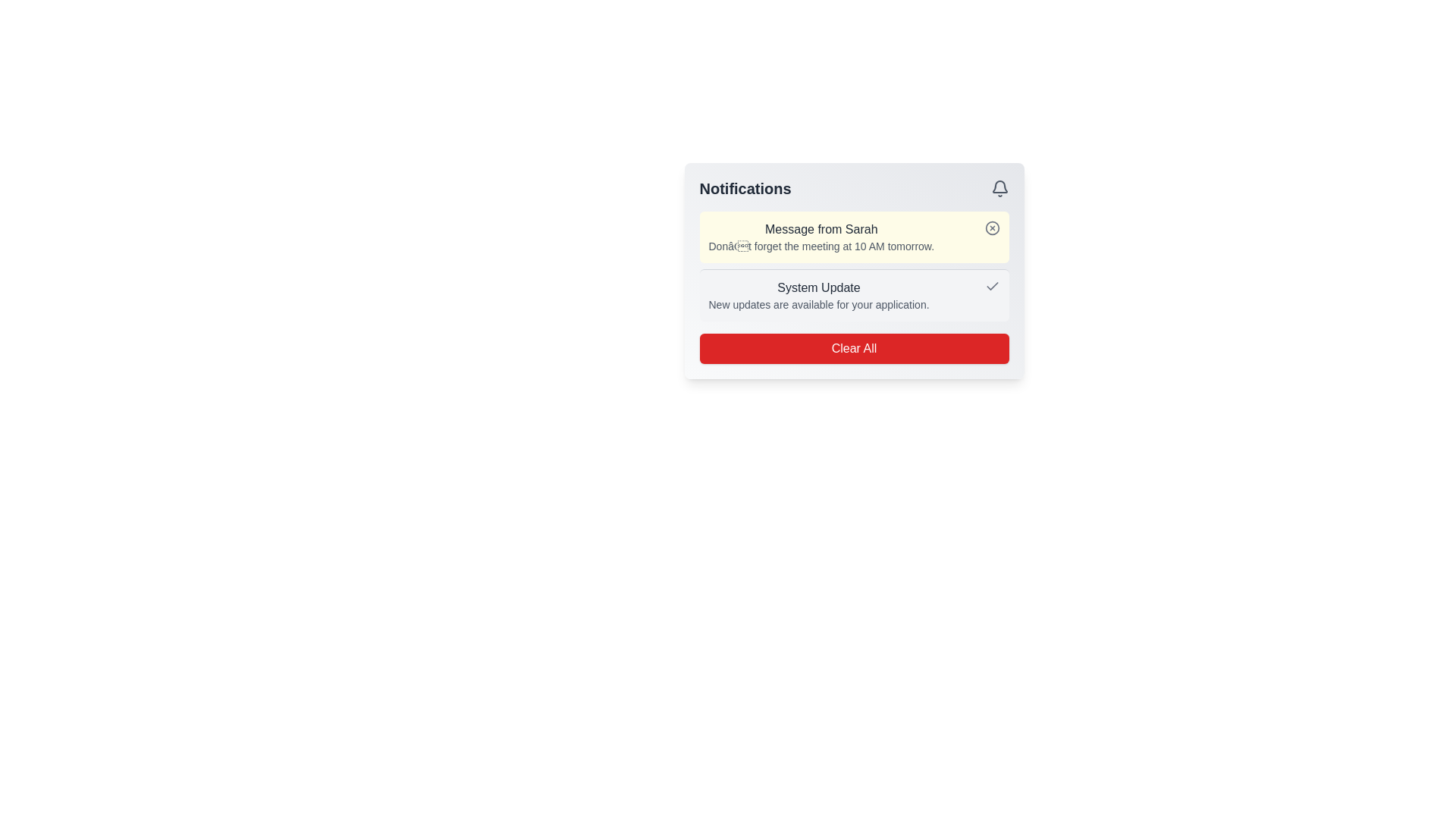 This screenshot has width=1456, height=819. What do you see at coordinates (821, 237) in the screenshot?
I see `text content of the notification from user Sarah, which is located at the topmost item in the 'Notifications' card, directly below the 'Notifications' heading` at bounding box center [821, 237].